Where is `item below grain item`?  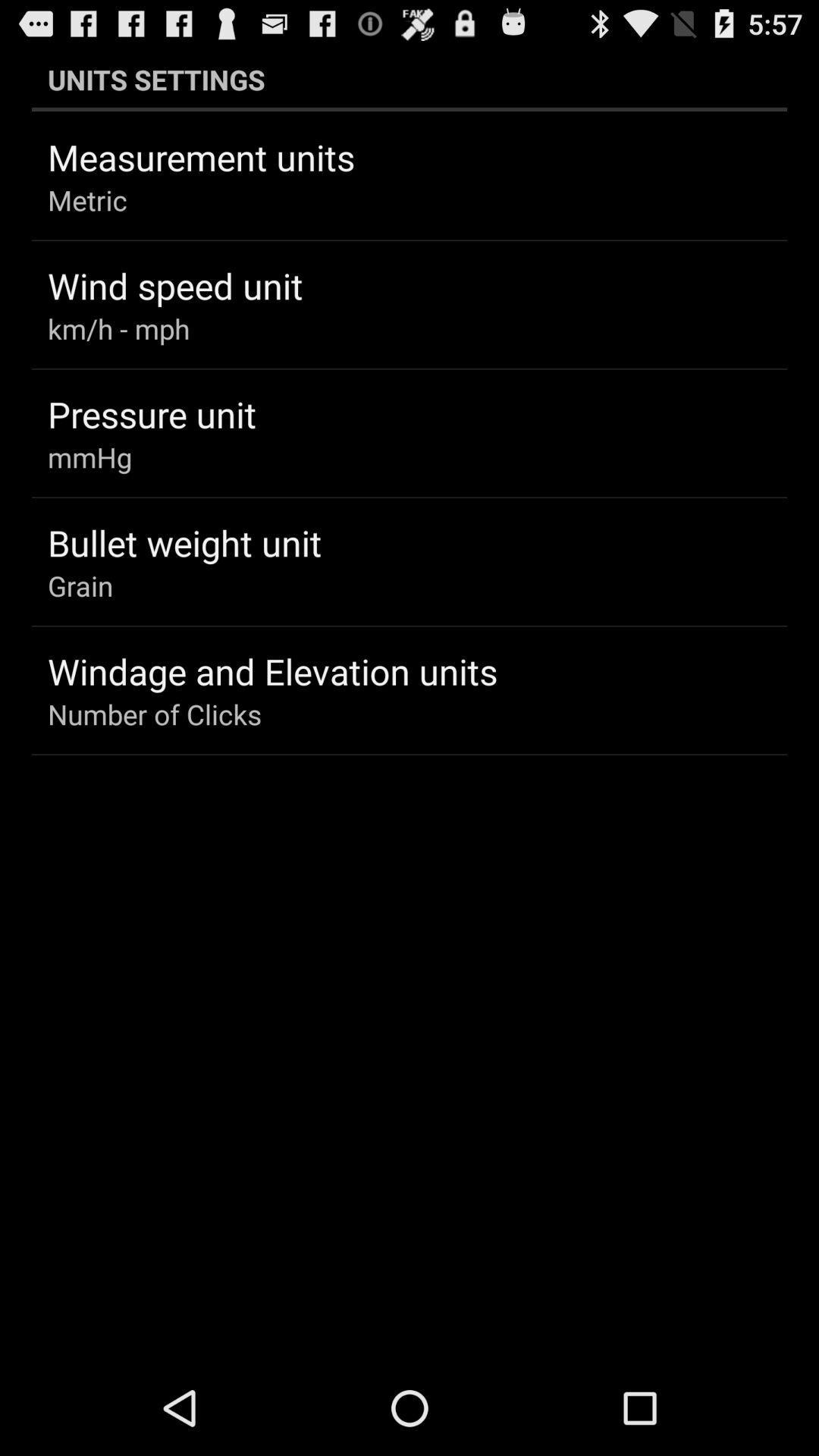 item below grain item is located at coordinates (271, 670).